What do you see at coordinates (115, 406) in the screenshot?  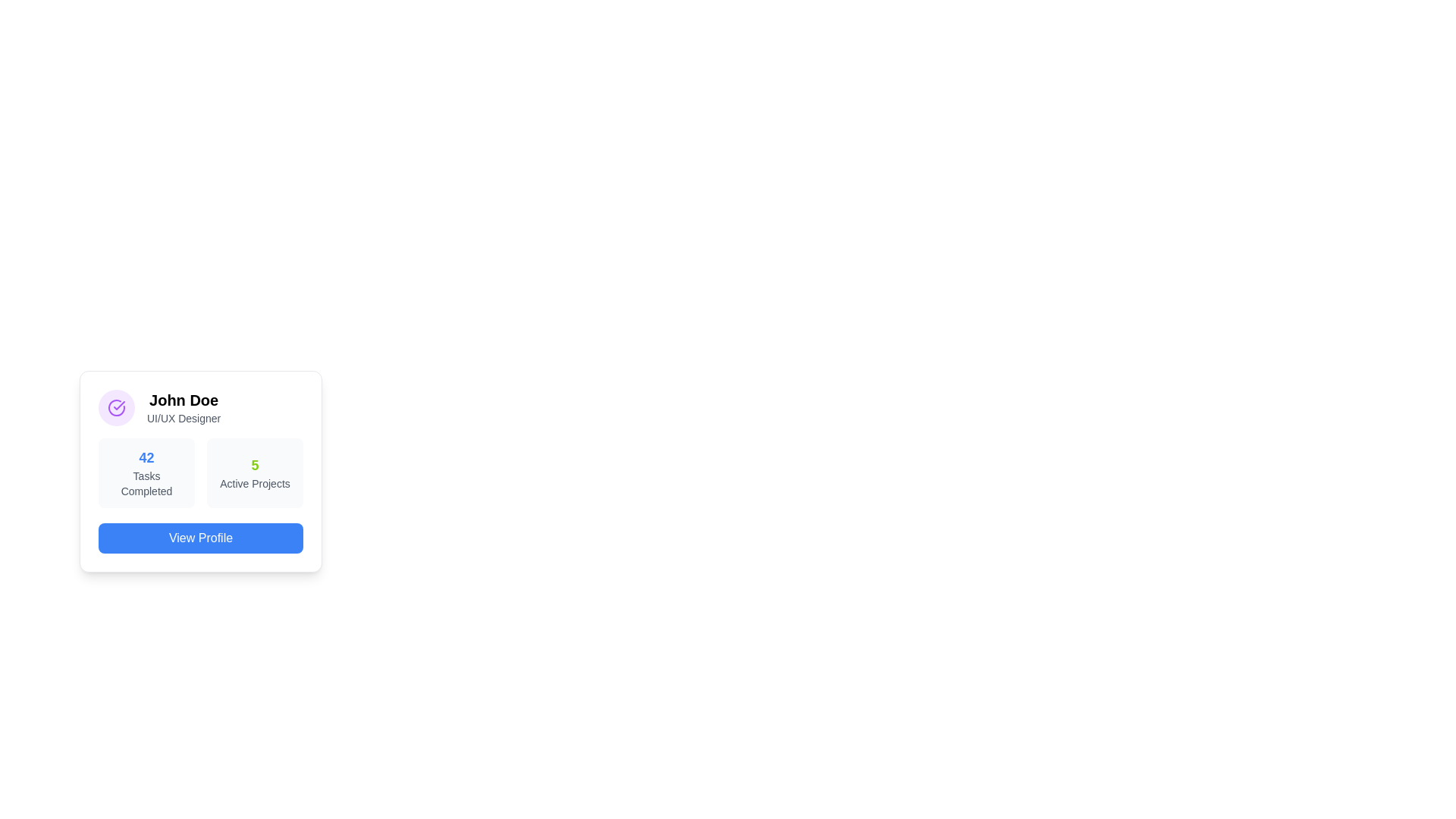 I see `the checkmark icon enclosed within a circle located at the top-left corner of the card layout, preceding the text 'John Doe - UI/UX Designer.'` at bounding box center [115, 406].